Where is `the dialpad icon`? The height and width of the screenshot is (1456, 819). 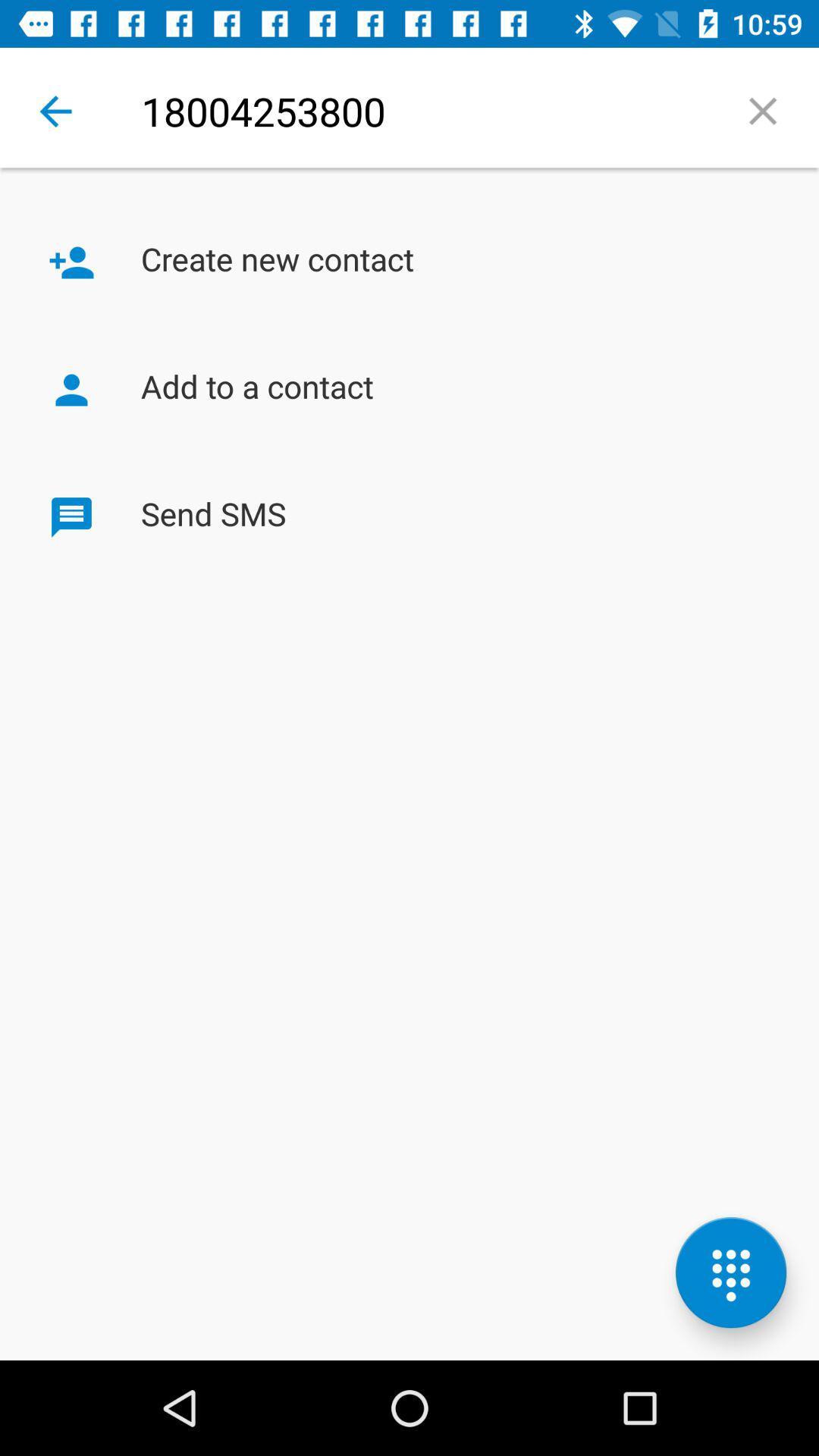 the dialpad icon is located at coordinates (730, 1272).